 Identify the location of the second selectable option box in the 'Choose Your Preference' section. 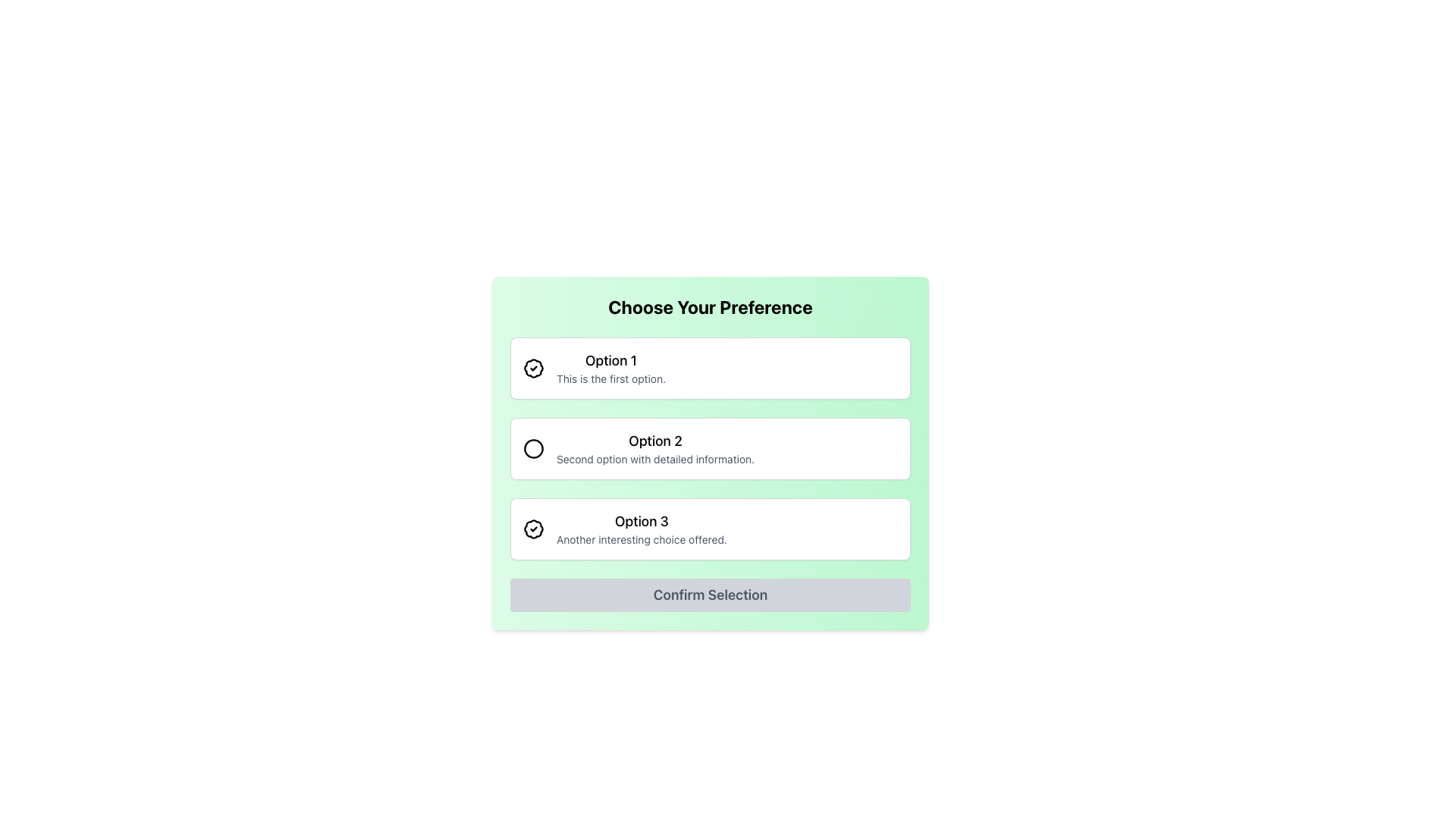
(709, 447).